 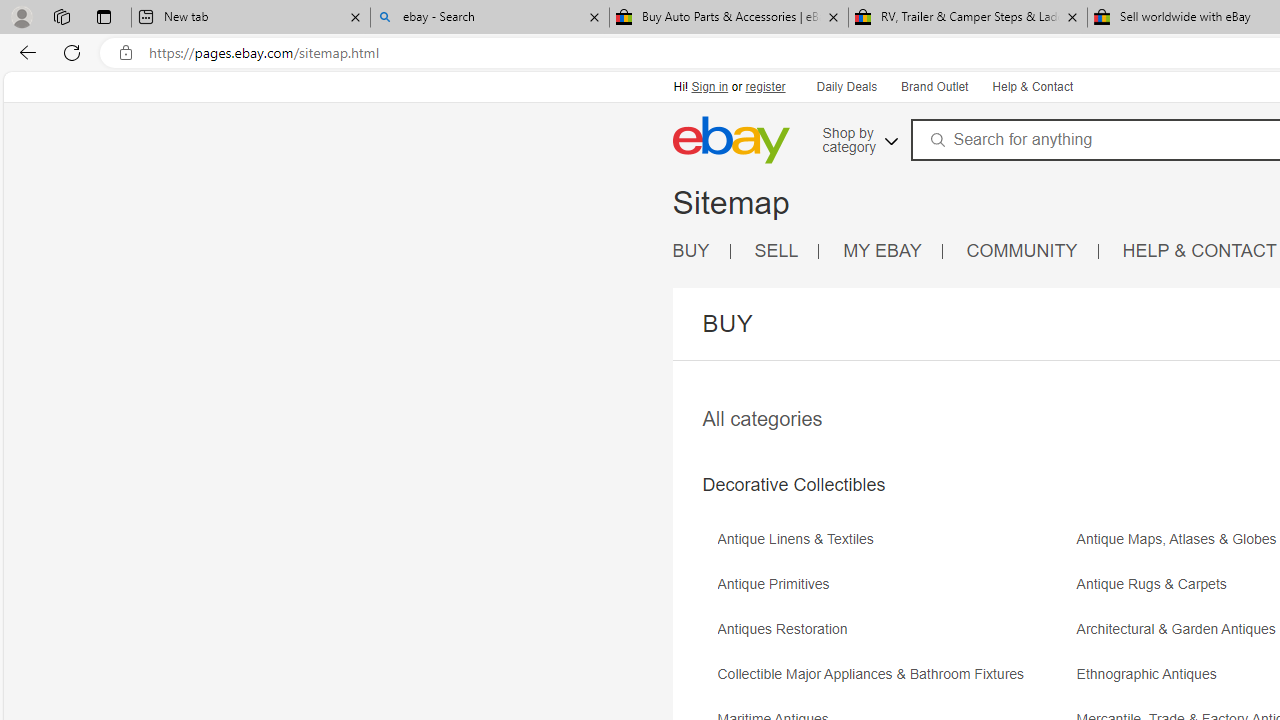 I want to click on 'Collectible Major Appliances & Bathroom Fixtures', so click(x=893, y=680).